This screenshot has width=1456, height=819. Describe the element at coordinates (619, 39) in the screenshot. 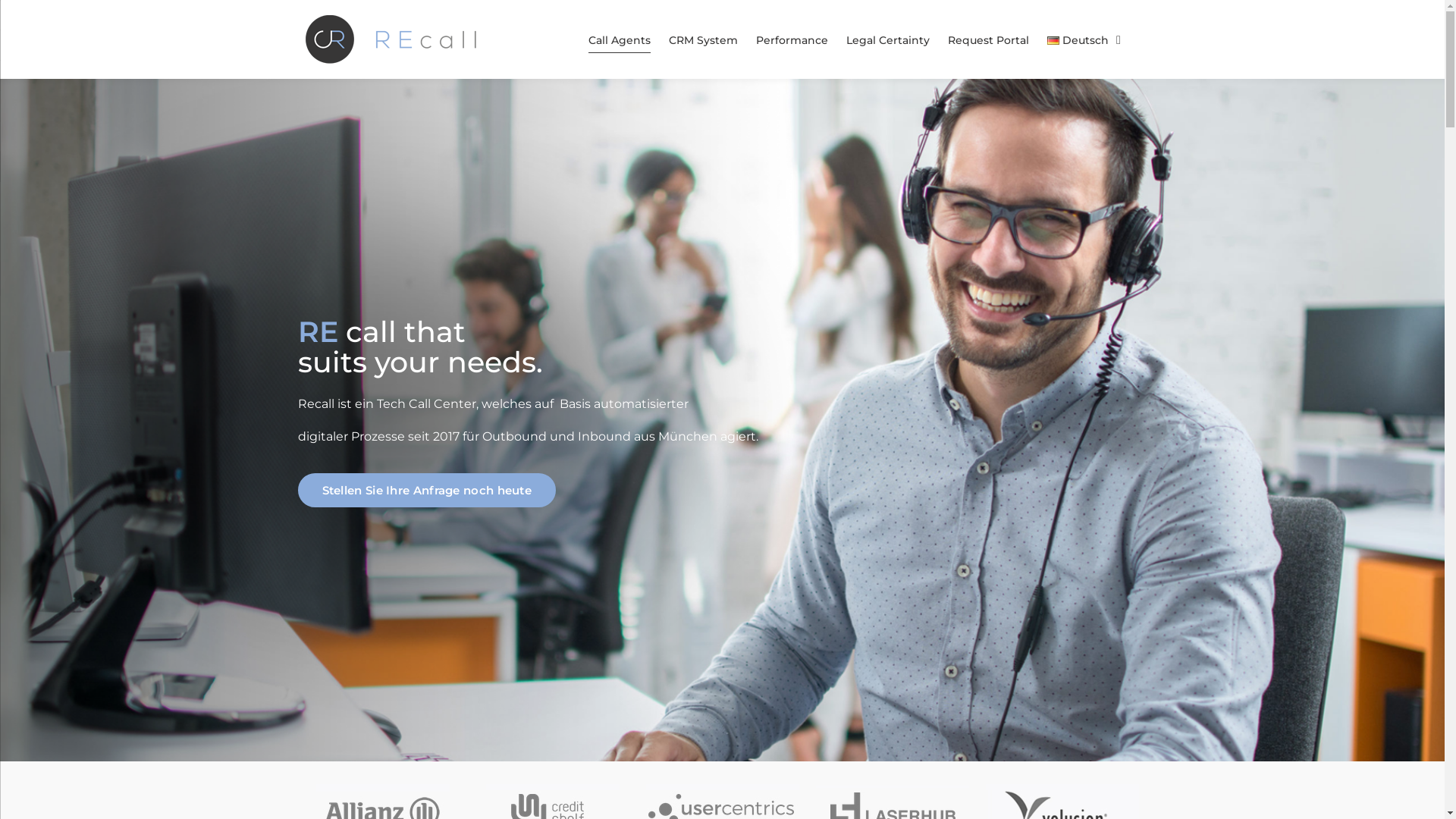

I see `'Call Agents'` at that location.